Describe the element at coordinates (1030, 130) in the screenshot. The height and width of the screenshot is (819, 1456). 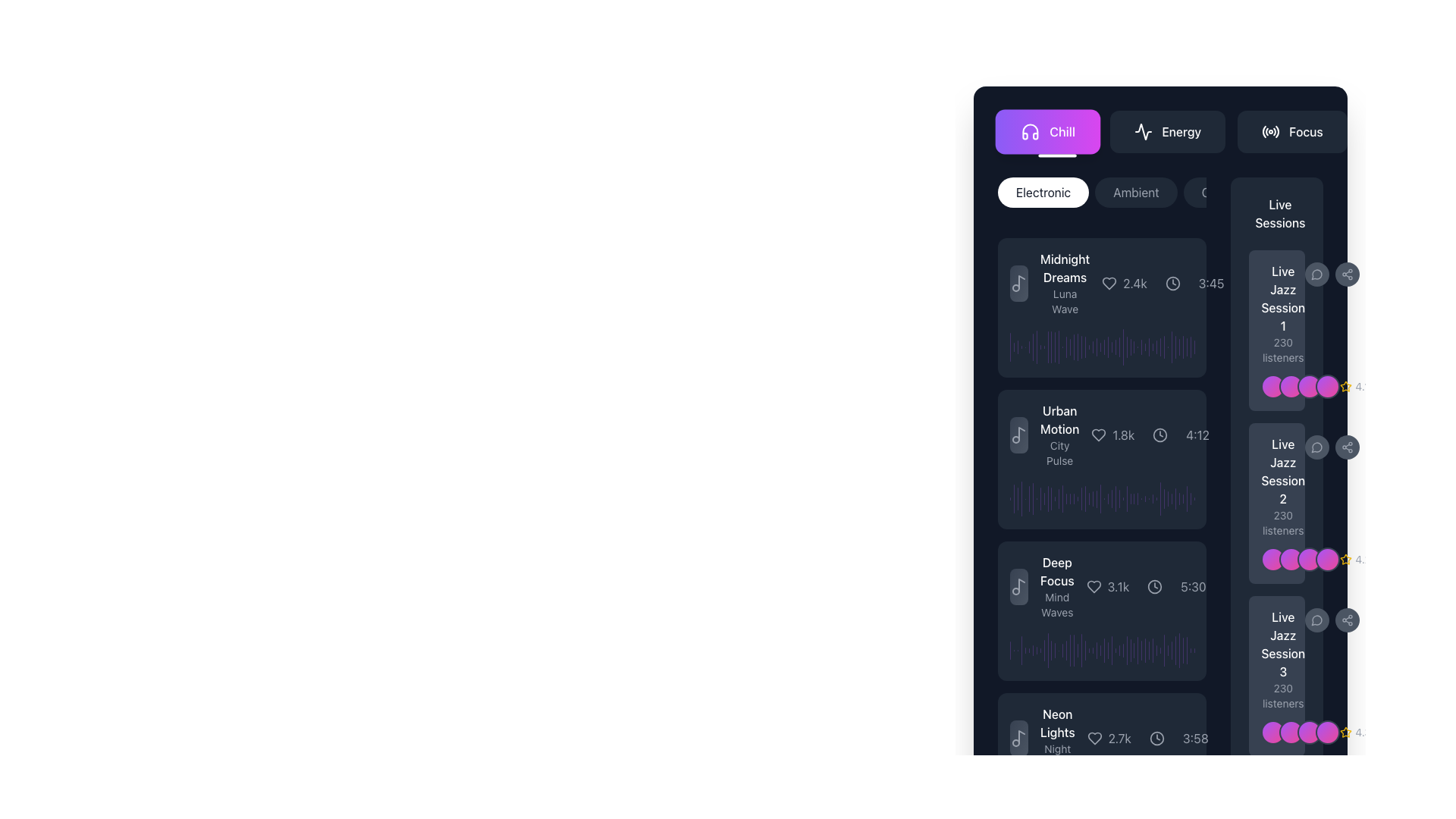
I see `the purple headphones icon located in the 'Chill' tab at the top section of the user interface` at that location.